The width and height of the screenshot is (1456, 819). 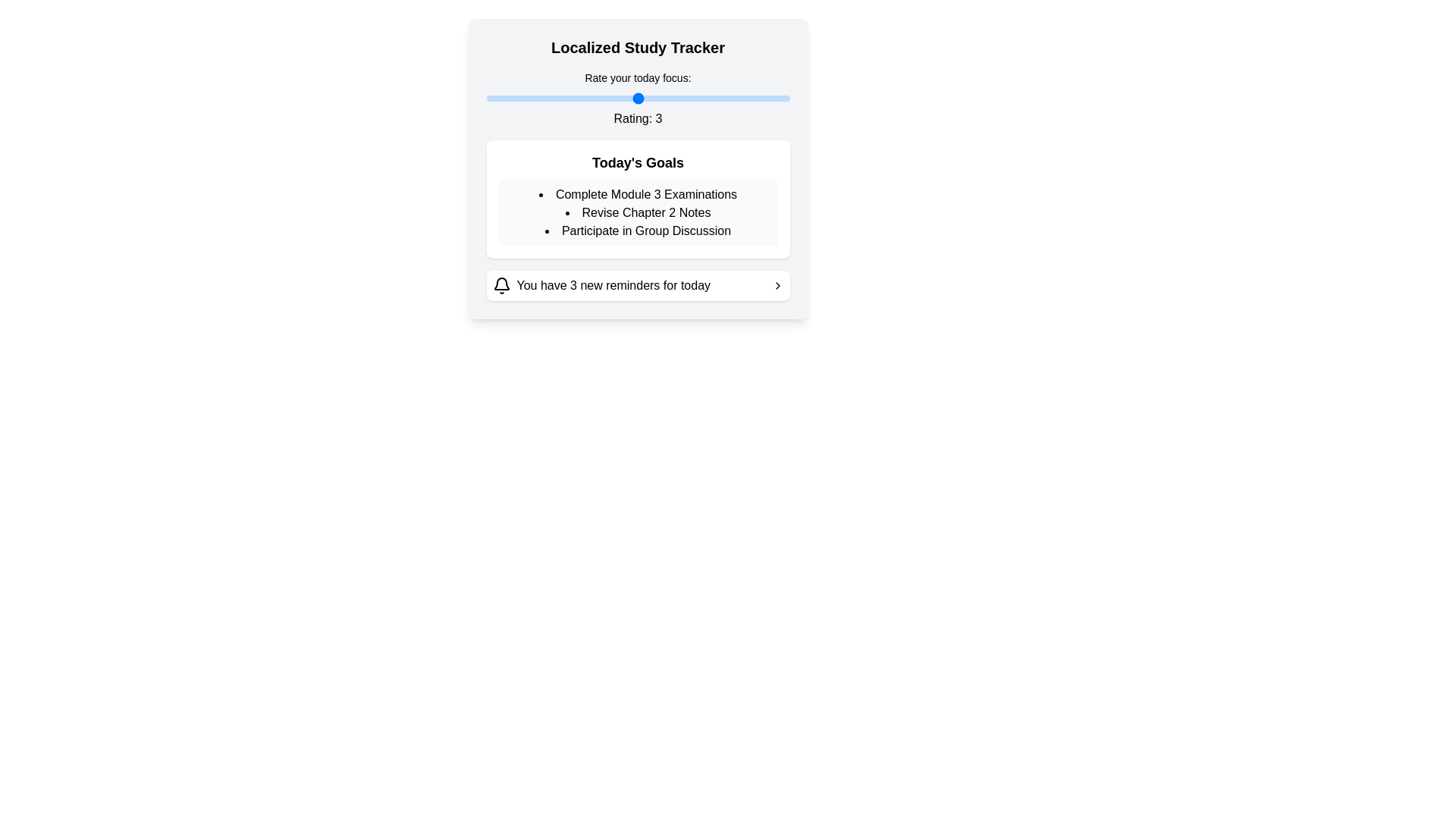 What do you see at coordinates (638, 231) in the screenshot?
I see `the text 'Participate in Group Discussion' which is the third item in the bullet point list under 'Today's Goals'` at bounding box center [638, 231].